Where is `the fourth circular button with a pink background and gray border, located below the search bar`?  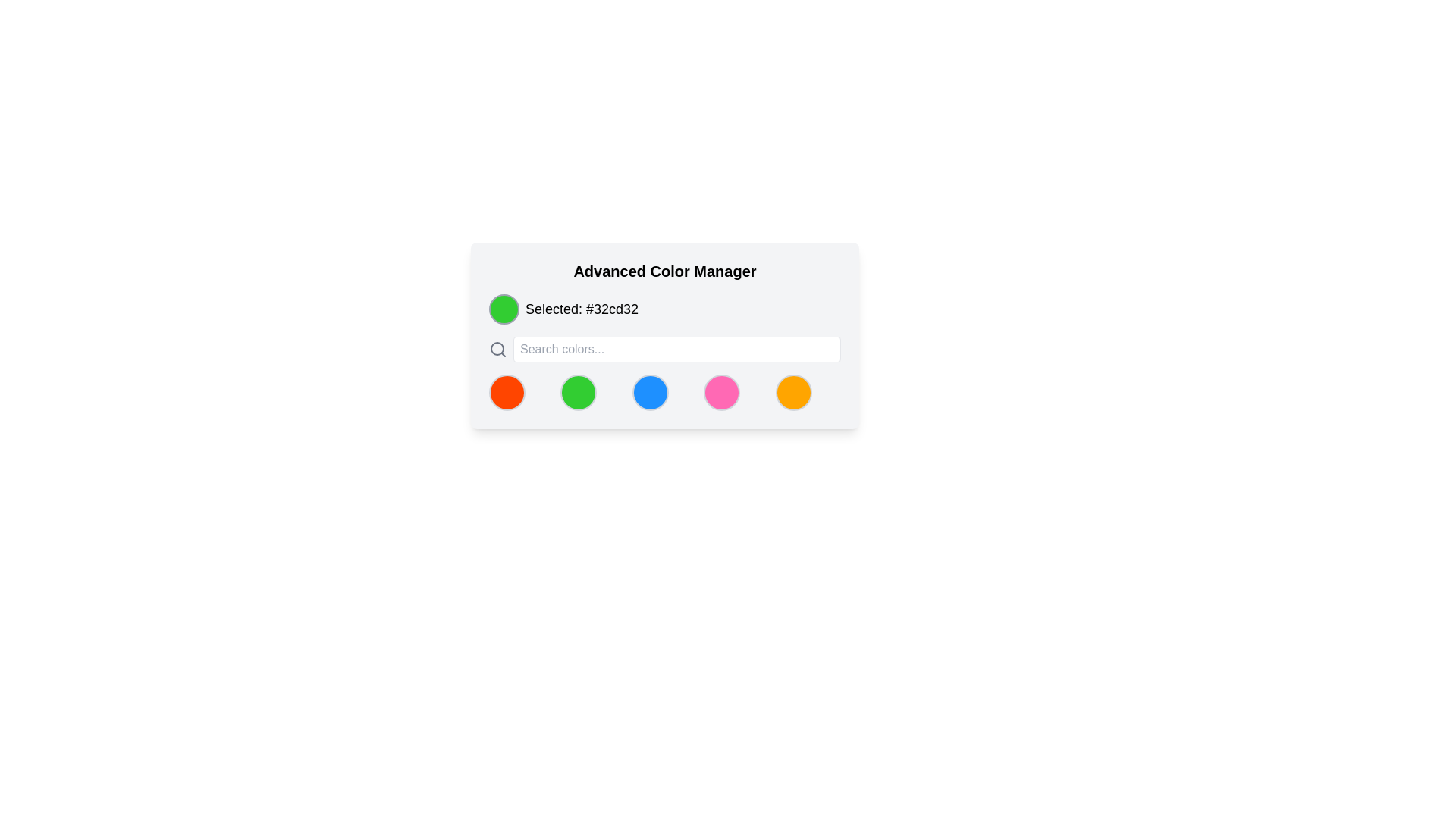
the fourth circular button with a pink background and gray border, located below the search bar is located at coordinates (721, 391).